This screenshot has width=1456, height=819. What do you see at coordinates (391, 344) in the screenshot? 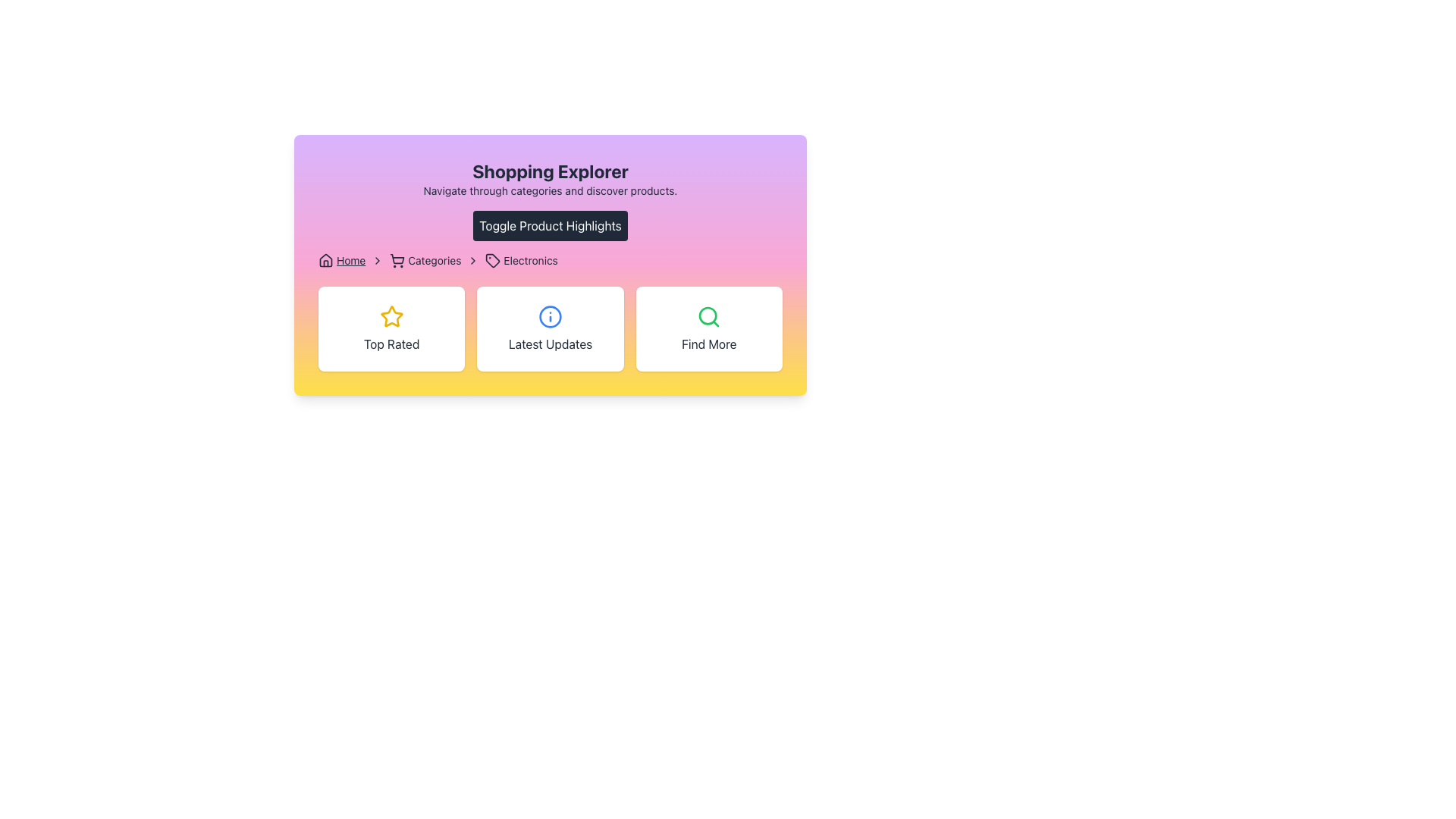
I see `the label text that indicates a category or featured content, located centrally within the first card under the 'Shopping Explorer' section, just below the star icon` at bounding box center [391, 344].